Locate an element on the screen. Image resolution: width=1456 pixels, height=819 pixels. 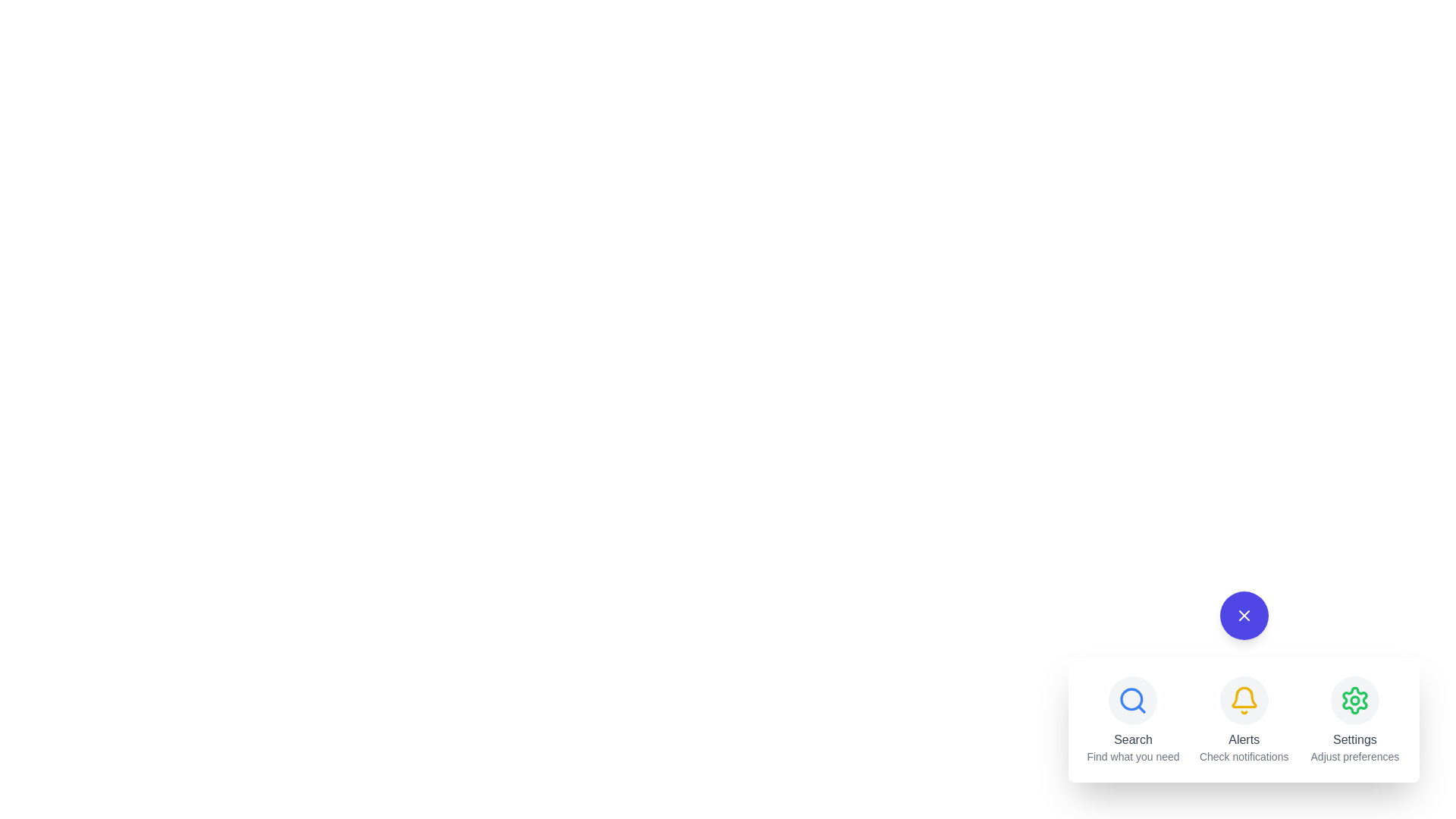
the Settings icon to observe its hover effect is located at coordinates (1354, 701).